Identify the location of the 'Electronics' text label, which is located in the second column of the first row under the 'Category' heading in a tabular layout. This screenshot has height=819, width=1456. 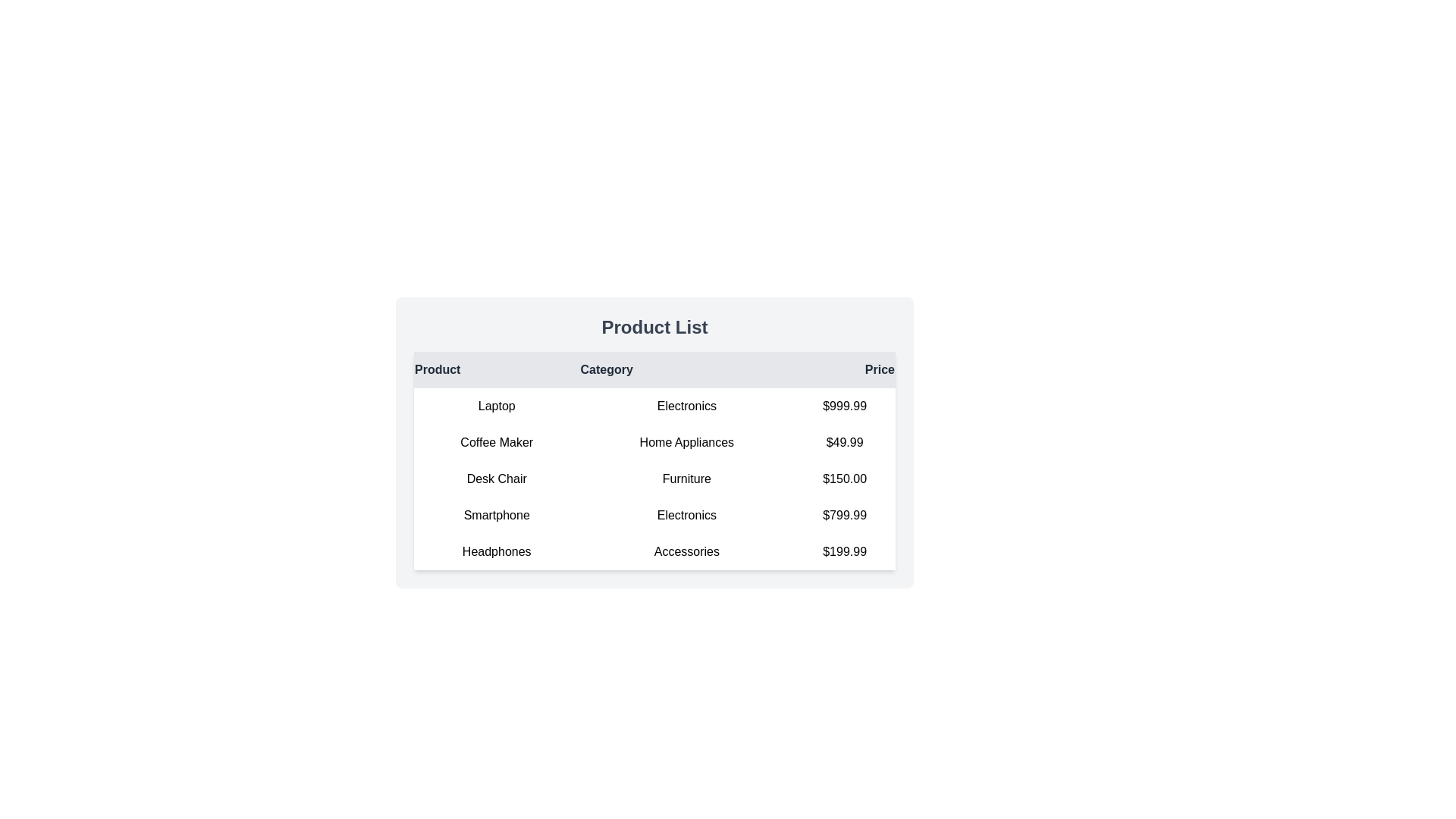
(686, 406).